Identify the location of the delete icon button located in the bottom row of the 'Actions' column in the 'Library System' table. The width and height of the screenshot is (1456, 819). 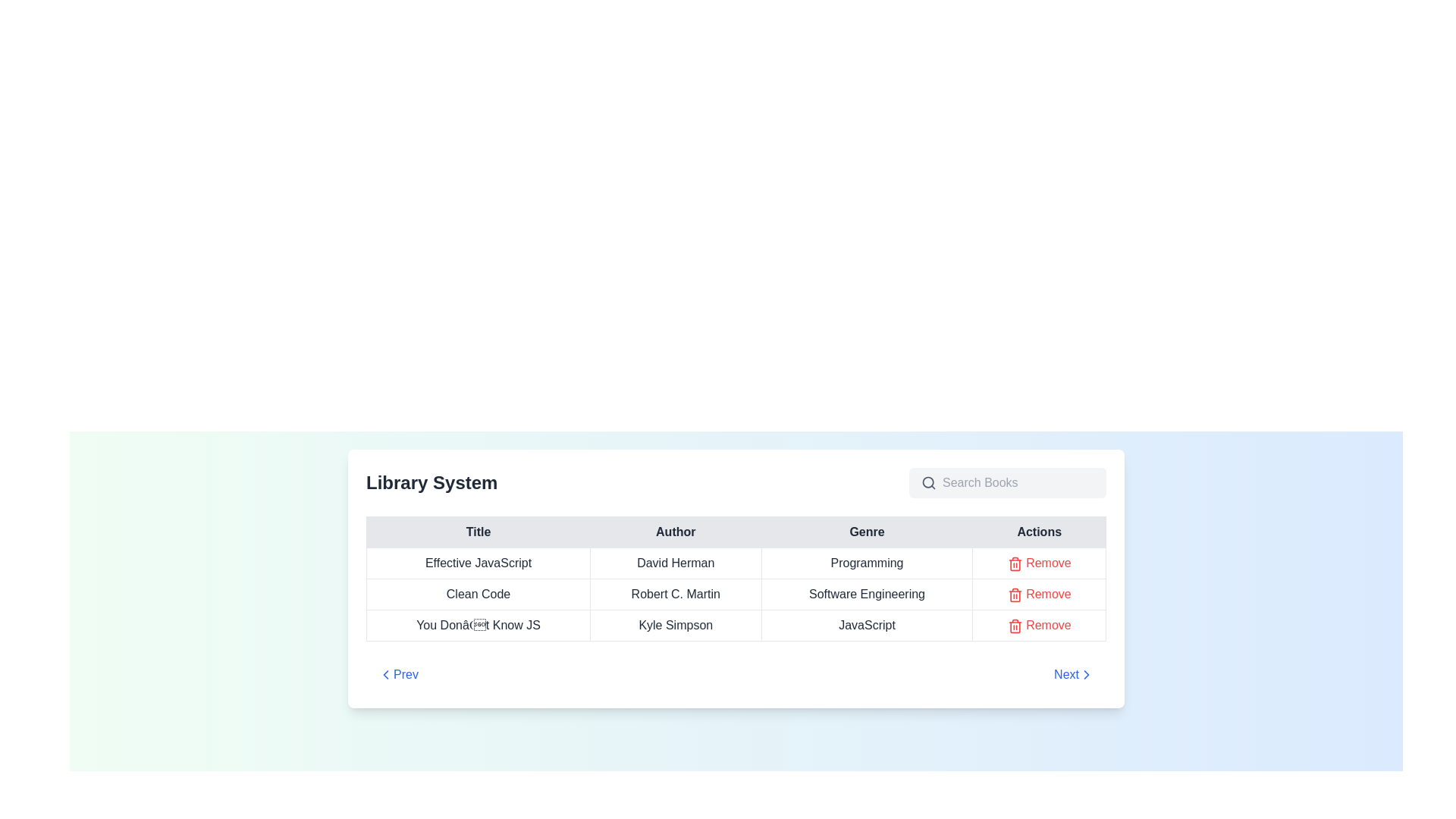
(1015, 626).